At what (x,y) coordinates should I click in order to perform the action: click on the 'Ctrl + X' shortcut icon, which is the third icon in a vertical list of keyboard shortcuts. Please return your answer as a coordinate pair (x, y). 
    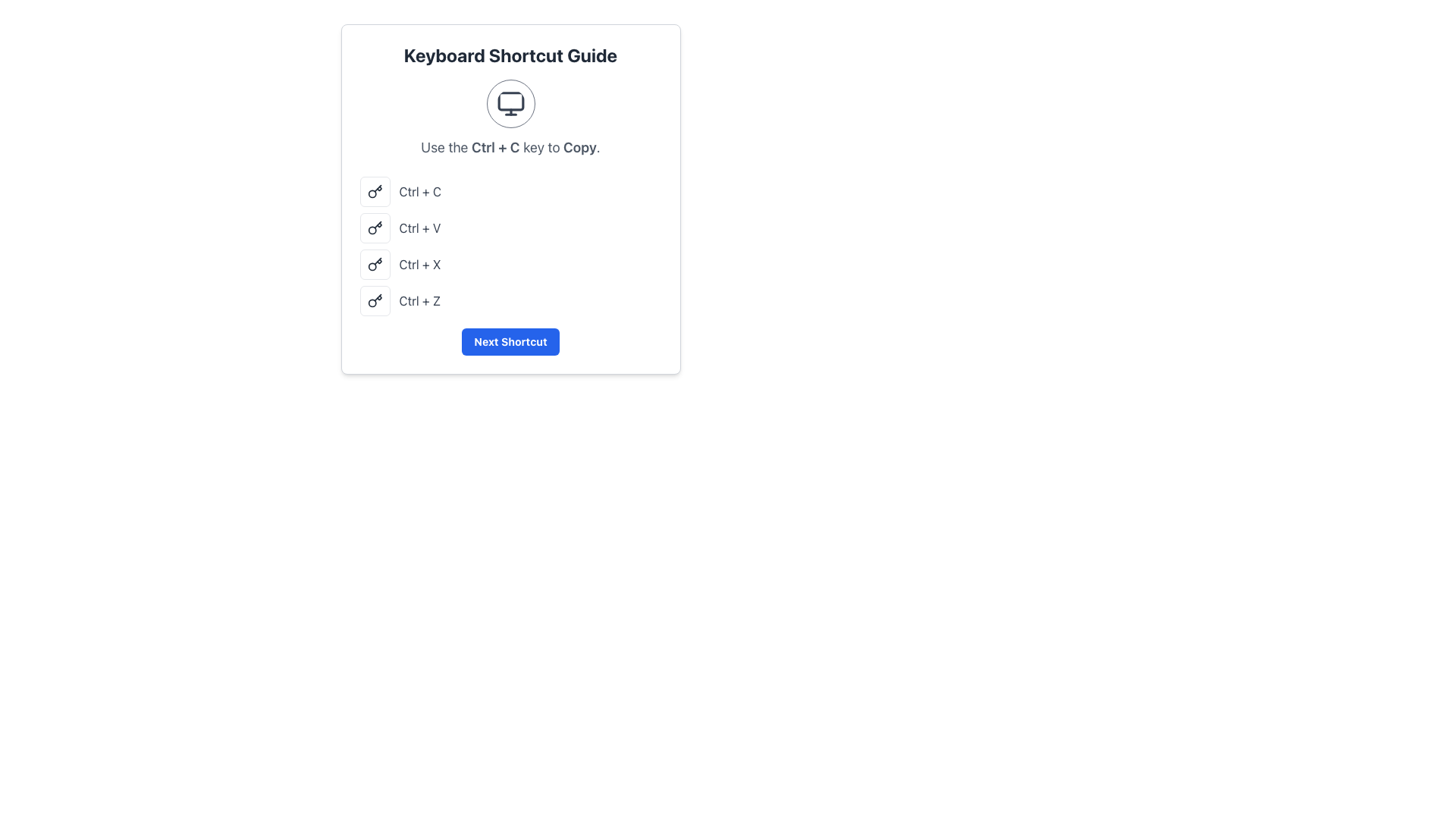
    Looking at the image, I should click on (375, 263).